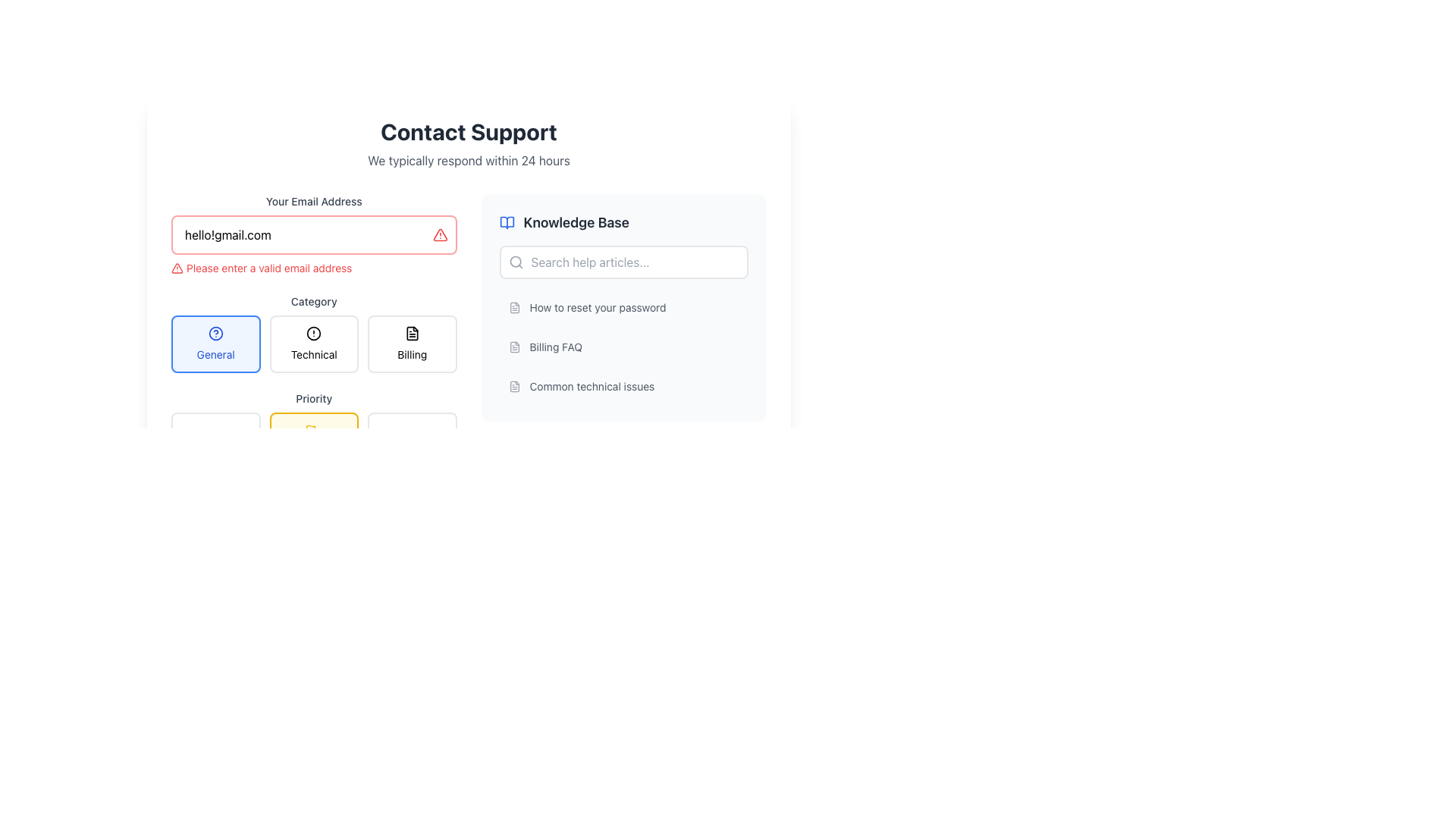  I want to click on the decorative book icon located to the left of the 'Knowledge Base' heading in the Knowledge Base section, so click(507, 222).